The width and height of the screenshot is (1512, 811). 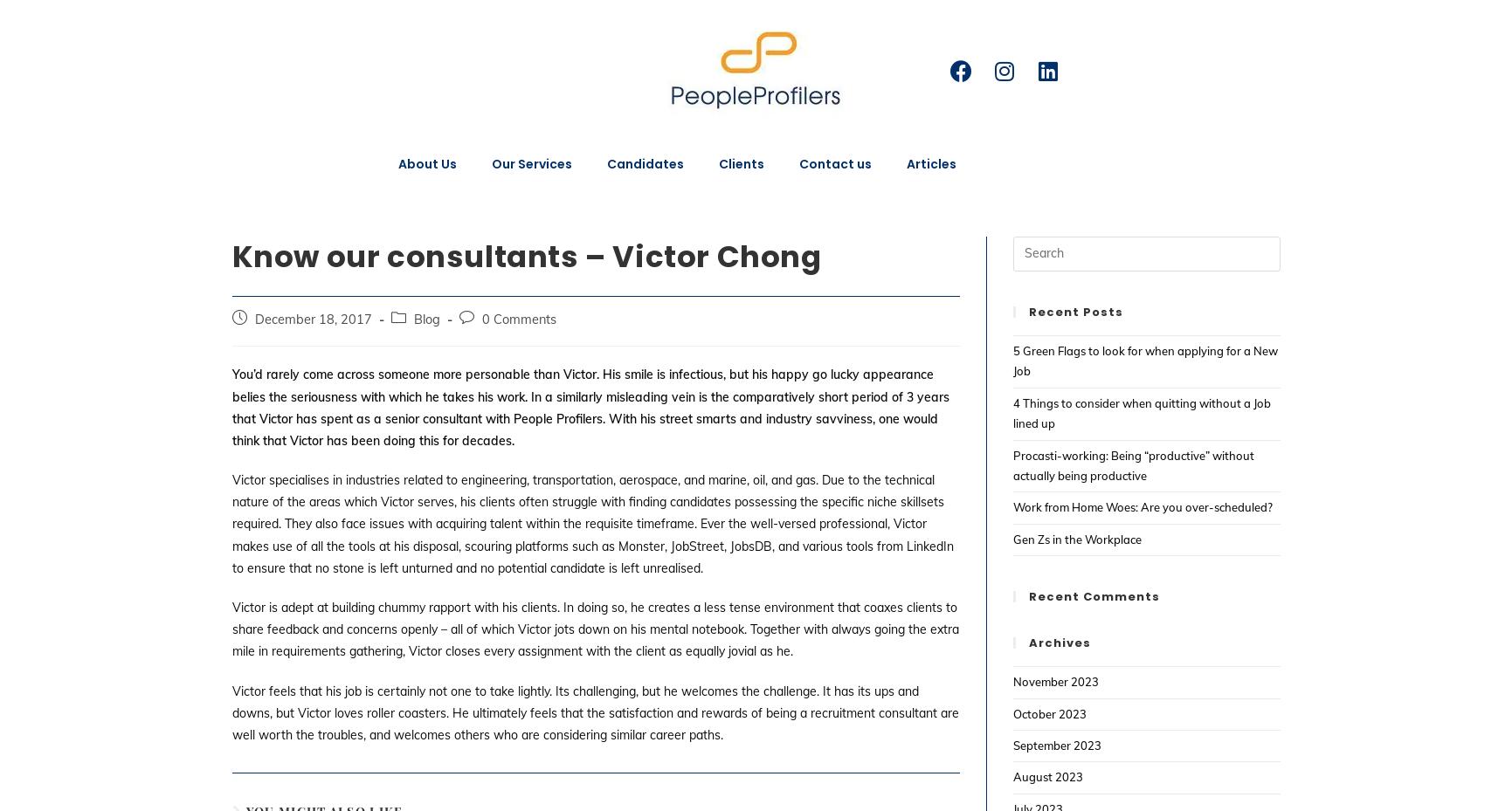 I want to click on 'August 2023', so click(x=1047, y=776).